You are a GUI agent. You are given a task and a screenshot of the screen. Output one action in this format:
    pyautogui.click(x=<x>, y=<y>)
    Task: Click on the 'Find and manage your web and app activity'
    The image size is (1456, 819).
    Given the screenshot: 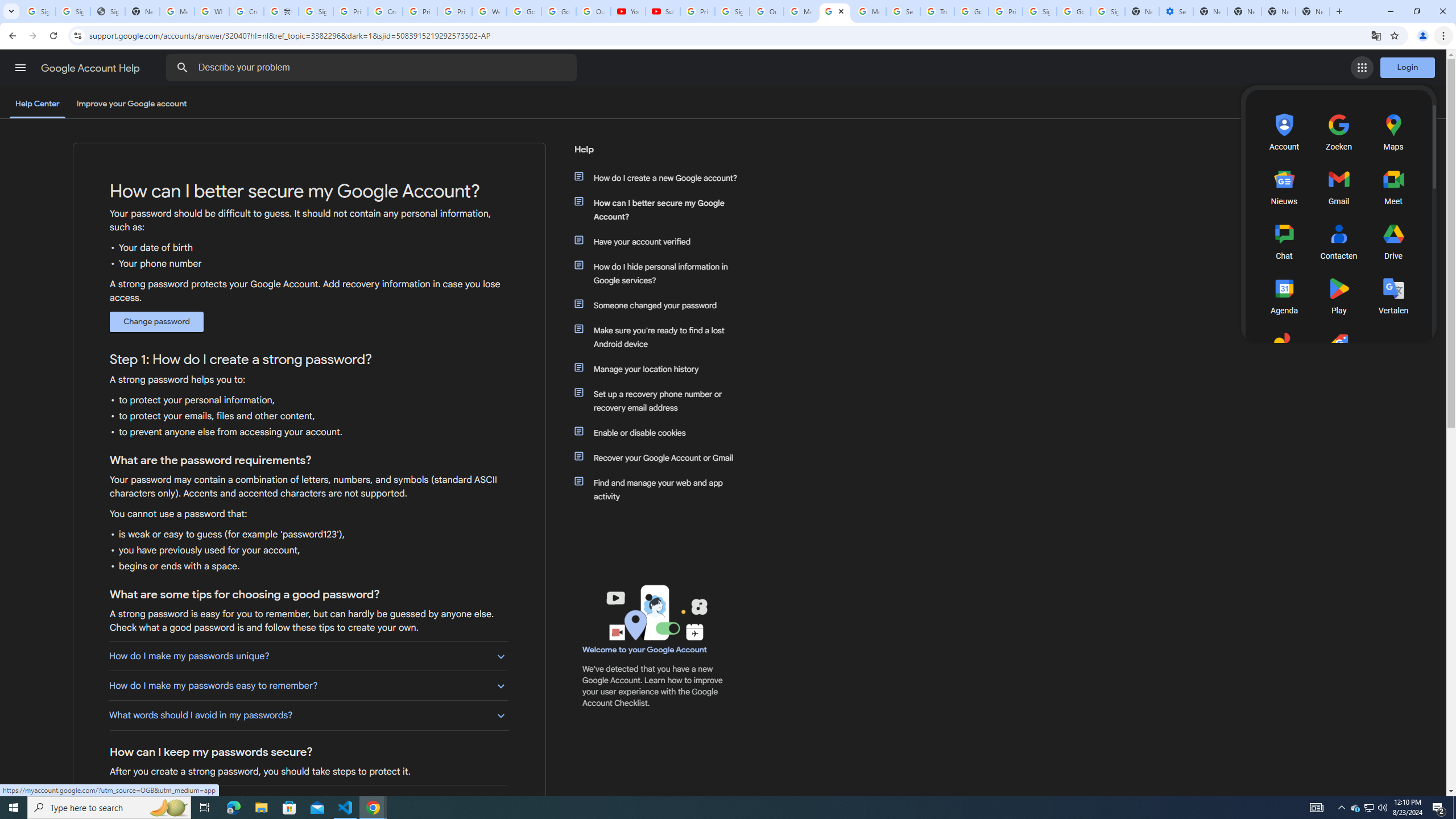 What is the action you would take?
    pyautogui.click(x=661, y=490)
    